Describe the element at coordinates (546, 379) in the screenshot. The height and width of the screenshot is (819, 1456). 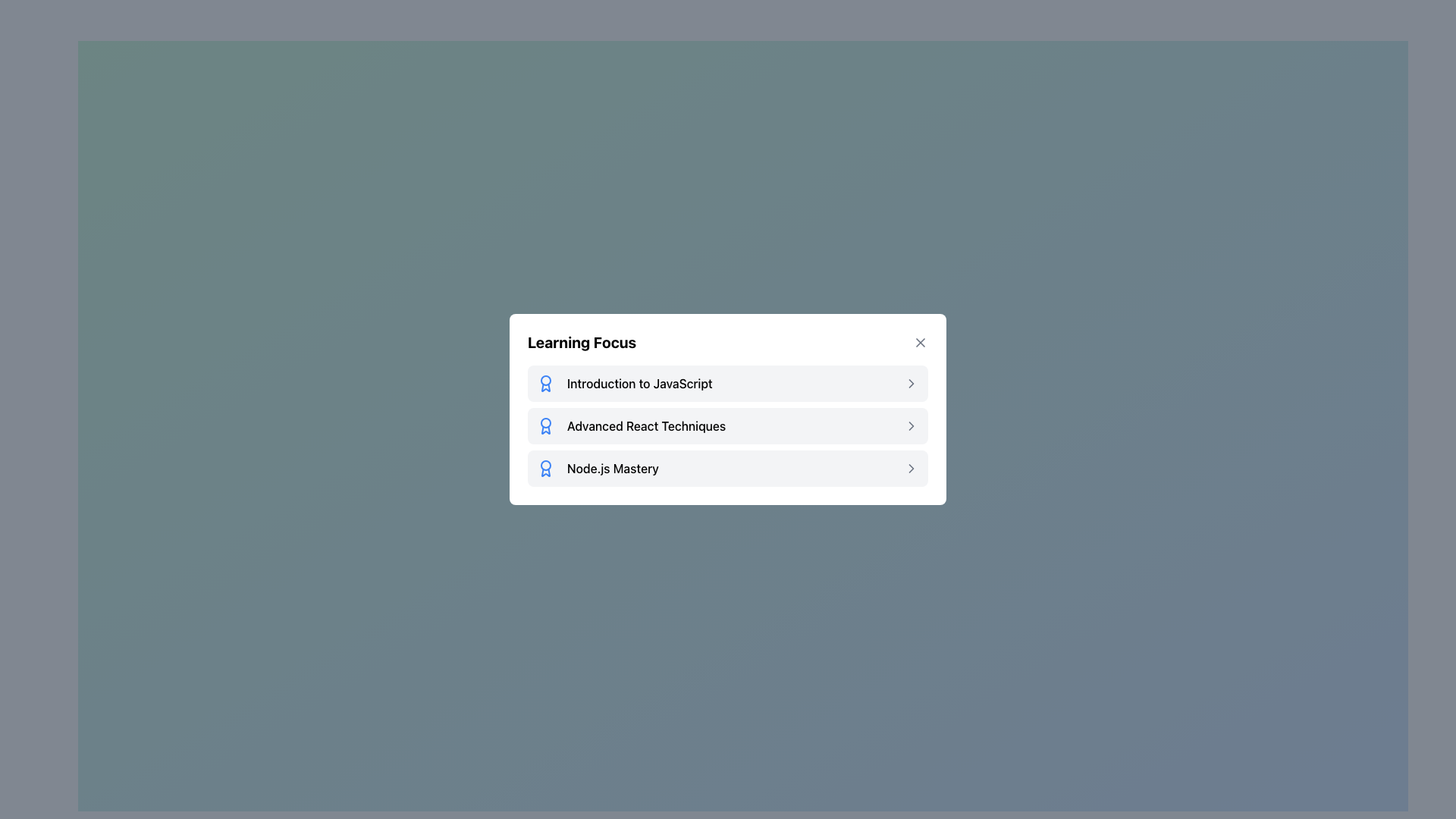
I see `the first circular element of the 'lucide lucide-award' SVG icon, which represents the 'Introduction to JavaScript' entry` at that location.